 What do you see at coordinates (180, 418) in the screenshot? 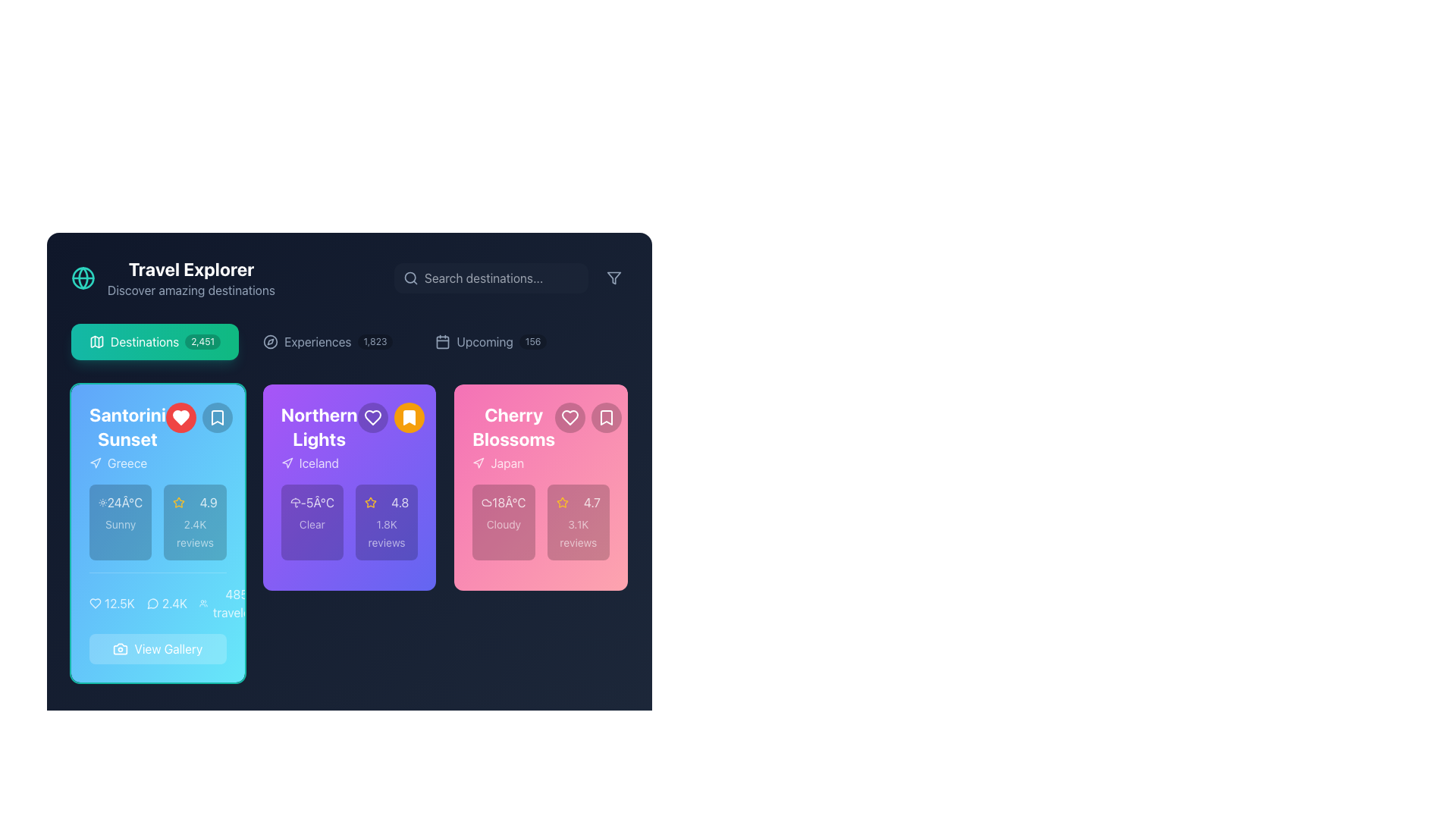
I see `the favorite button located at the top right corner of the 'Santorini Sunset' destination card` at bounding box center [180, 418].